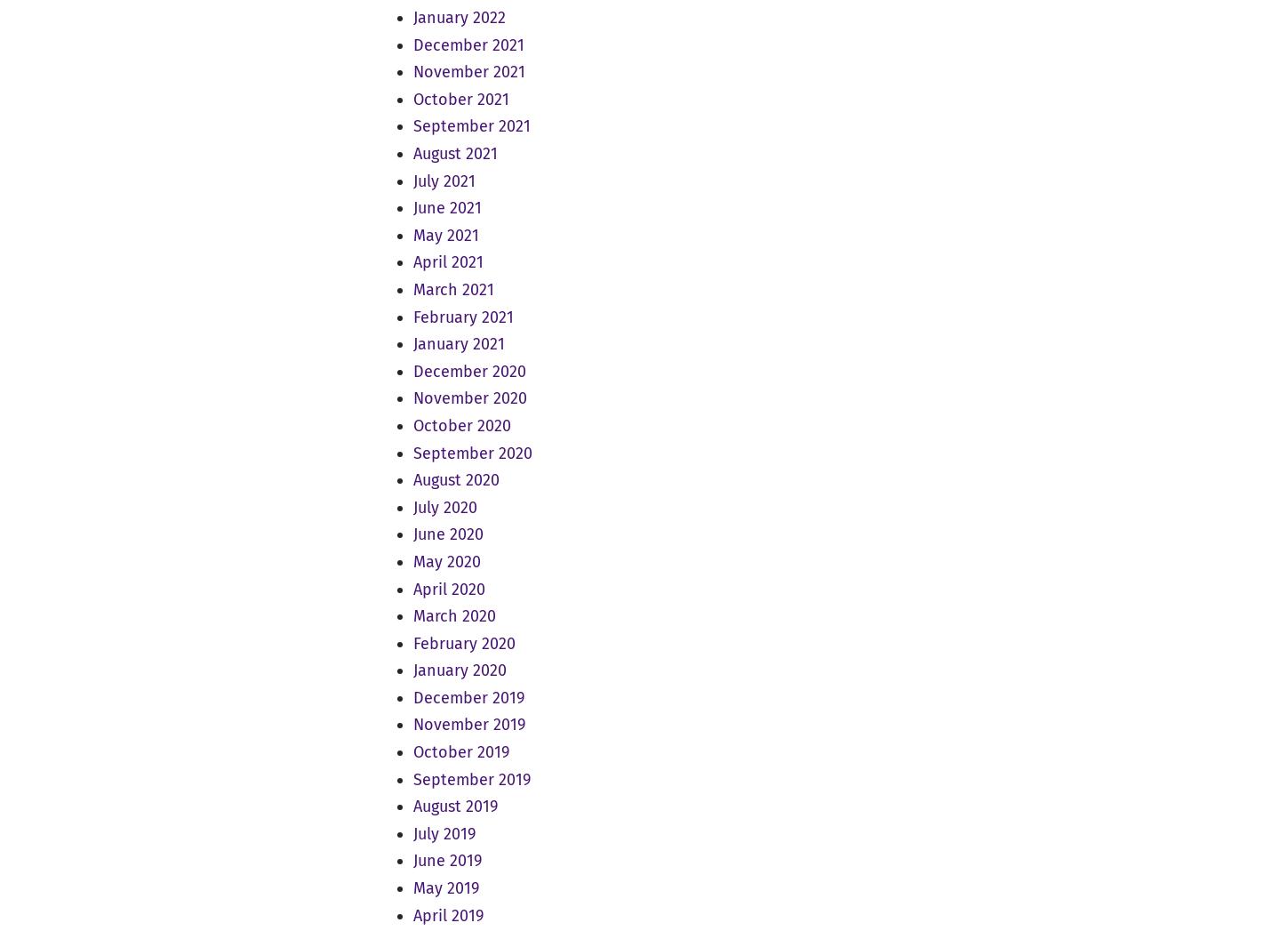  Describe the element at coordinates (445, 887) in the screenshot. I see `'May 2019'` at that location.